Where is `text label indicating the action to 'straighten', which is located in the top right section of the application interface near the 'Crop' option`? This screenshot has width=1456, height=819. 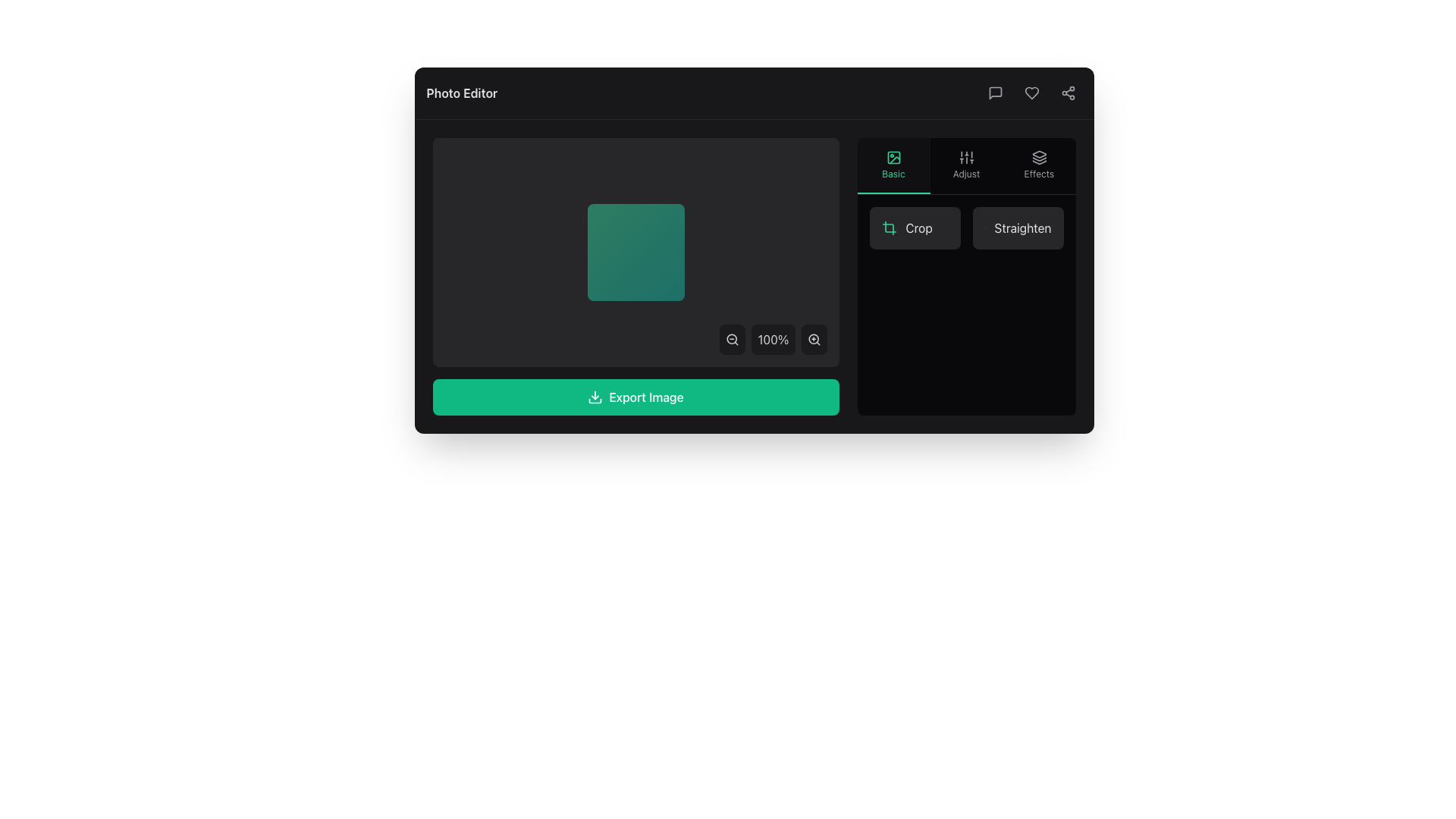
text label indicating the action to 'straighten', which is located in the top right section of the application interface near the 'Crop' option is located at coordinates (1022, 227).